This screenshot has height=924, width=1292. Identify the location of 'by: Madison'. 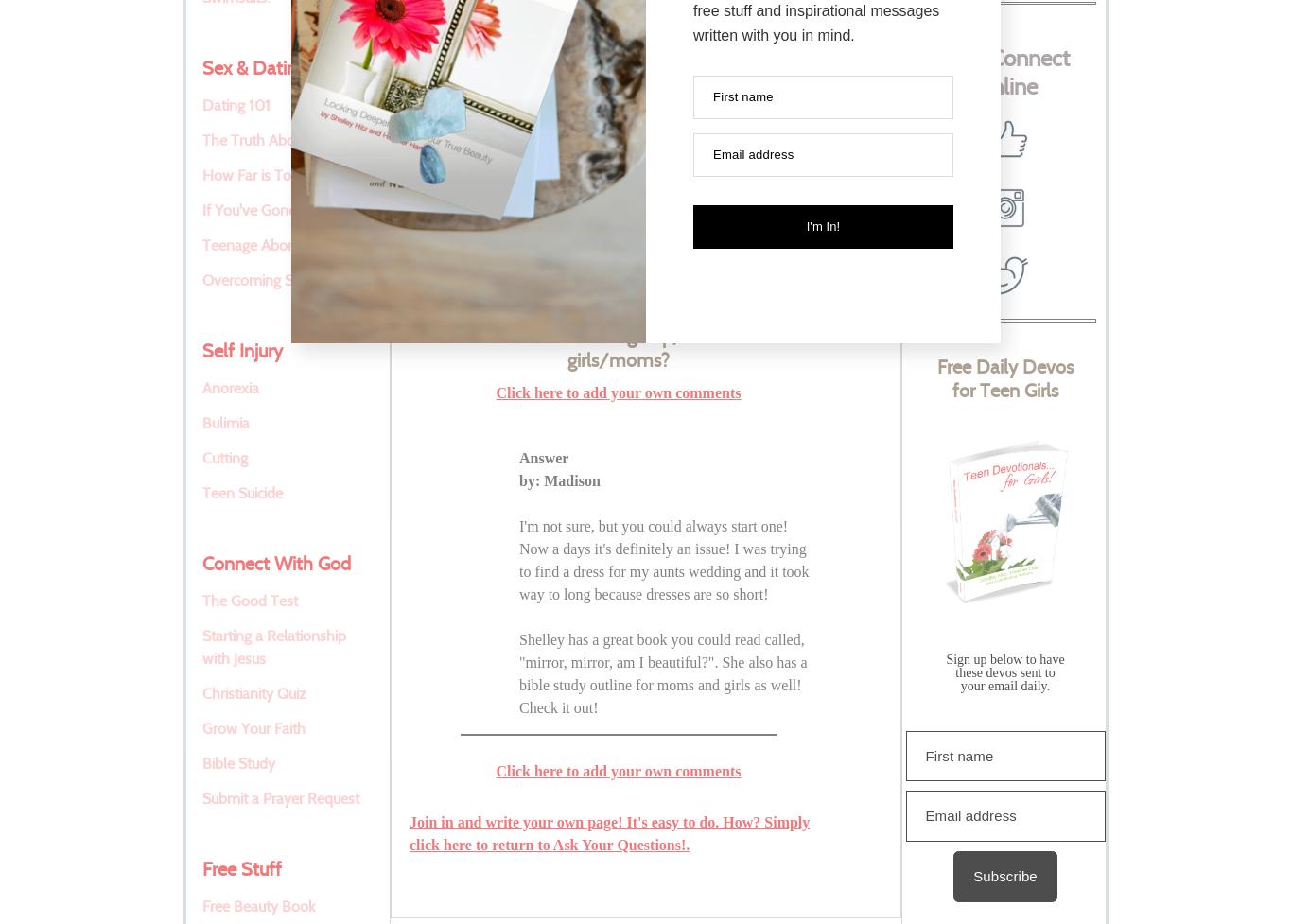
(558, 479).